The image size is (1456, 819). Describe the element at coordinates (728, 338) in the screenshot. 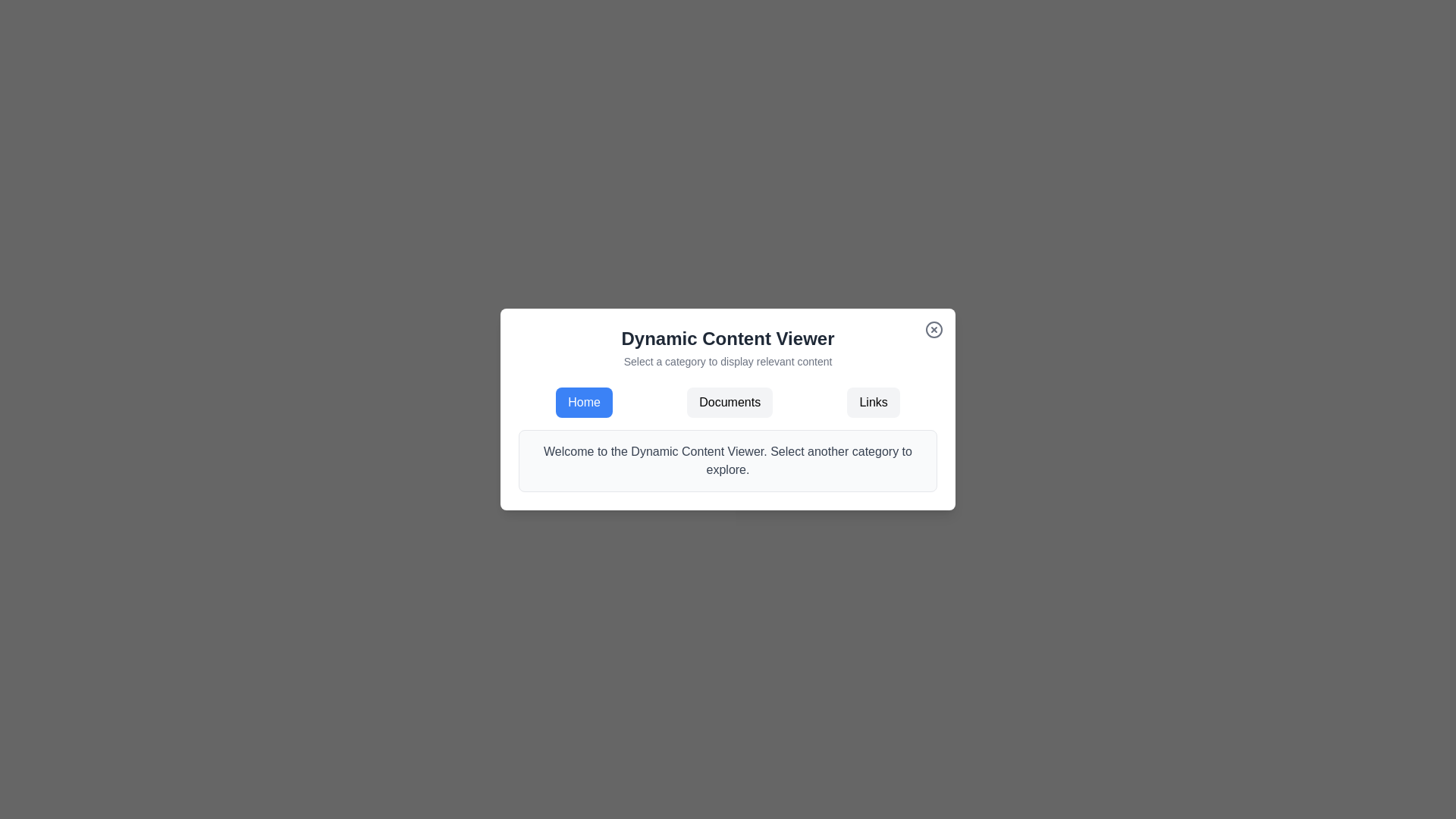

I see `the 'Dynamic Content Viewer' text label, which is styled in a large bold font and colored in dark gray (#4A4A4A), located at the top-center of the white modal dialog` at that location.